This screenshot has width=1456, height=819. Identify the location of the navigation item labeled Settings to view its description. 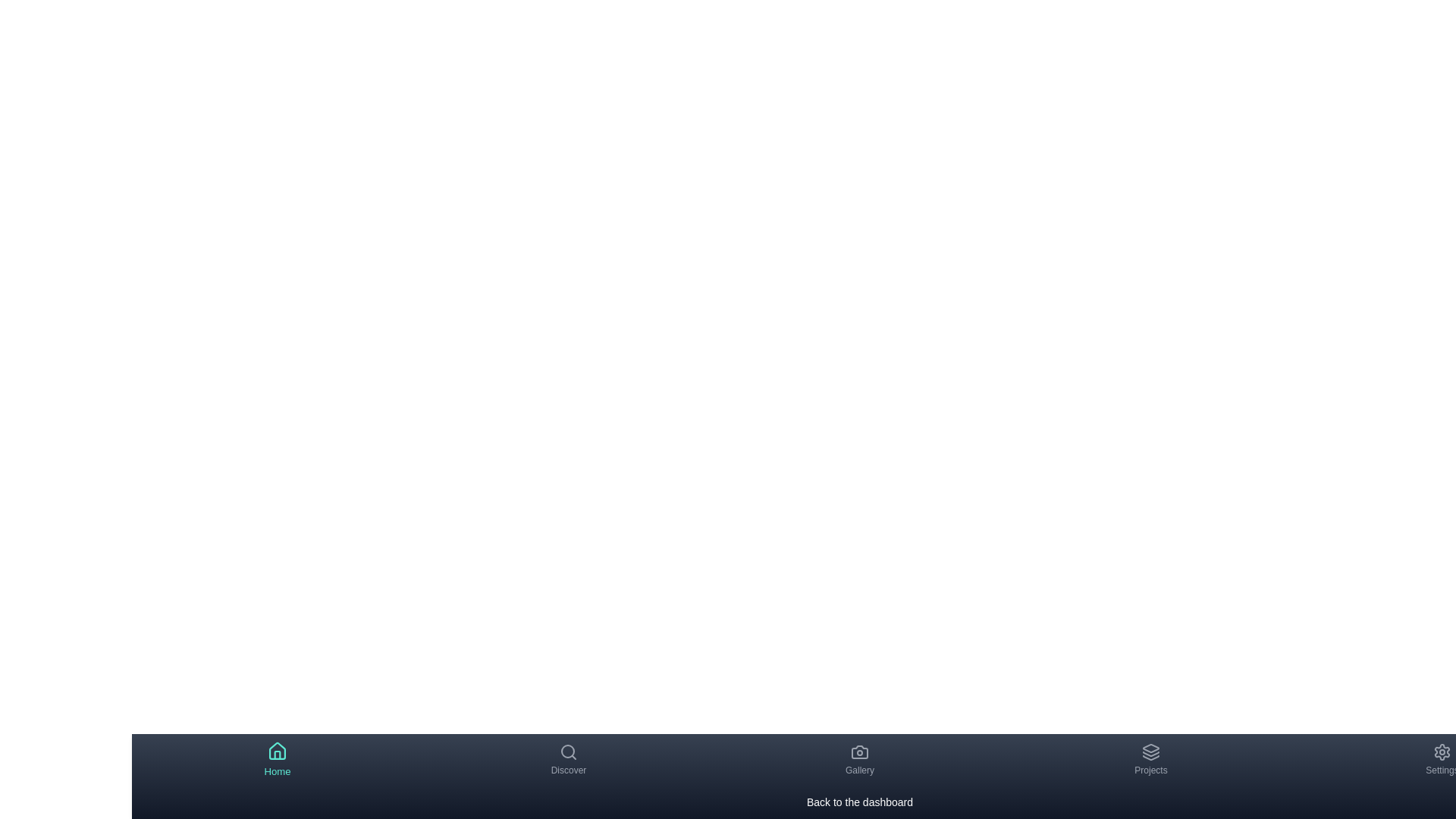
(1441, 760).